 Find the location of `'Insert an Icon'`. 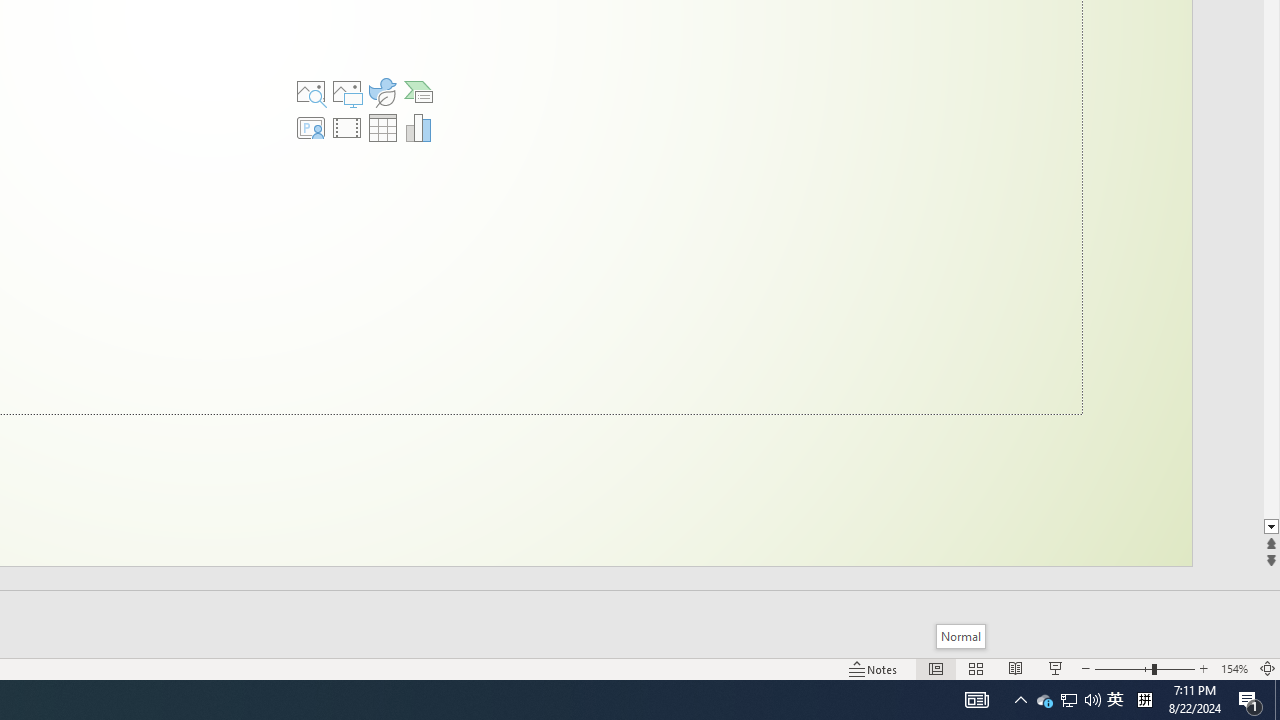

'Insert an Icon' is located at coordinates (383, 92).